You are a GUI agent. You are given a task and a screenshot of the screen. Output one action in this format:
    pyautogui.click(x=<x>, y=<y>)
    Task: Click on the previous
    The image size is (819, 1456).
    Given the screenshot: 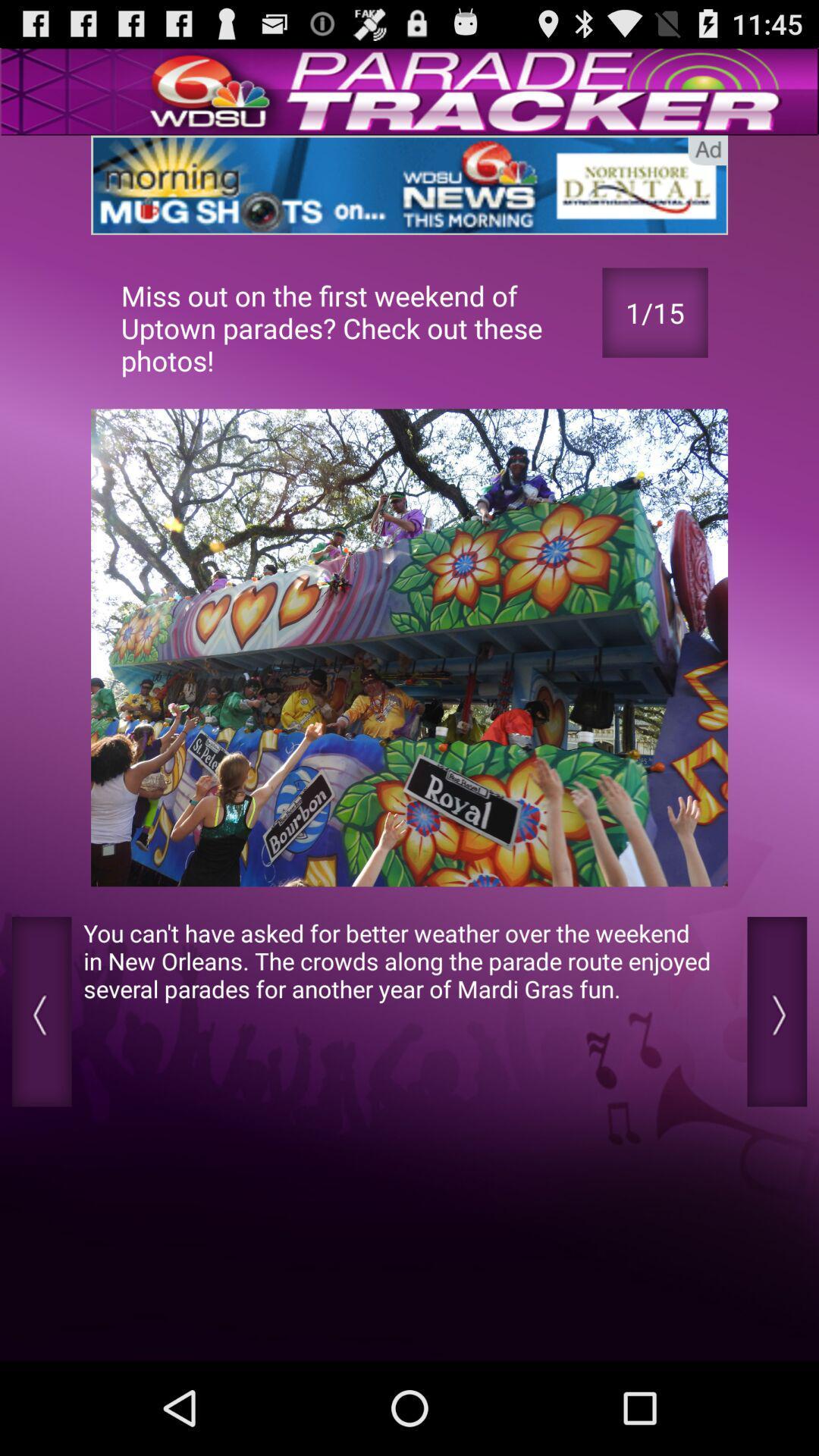 What is the action you would take?
    pyautogui.click(x=41, y=1012)
    